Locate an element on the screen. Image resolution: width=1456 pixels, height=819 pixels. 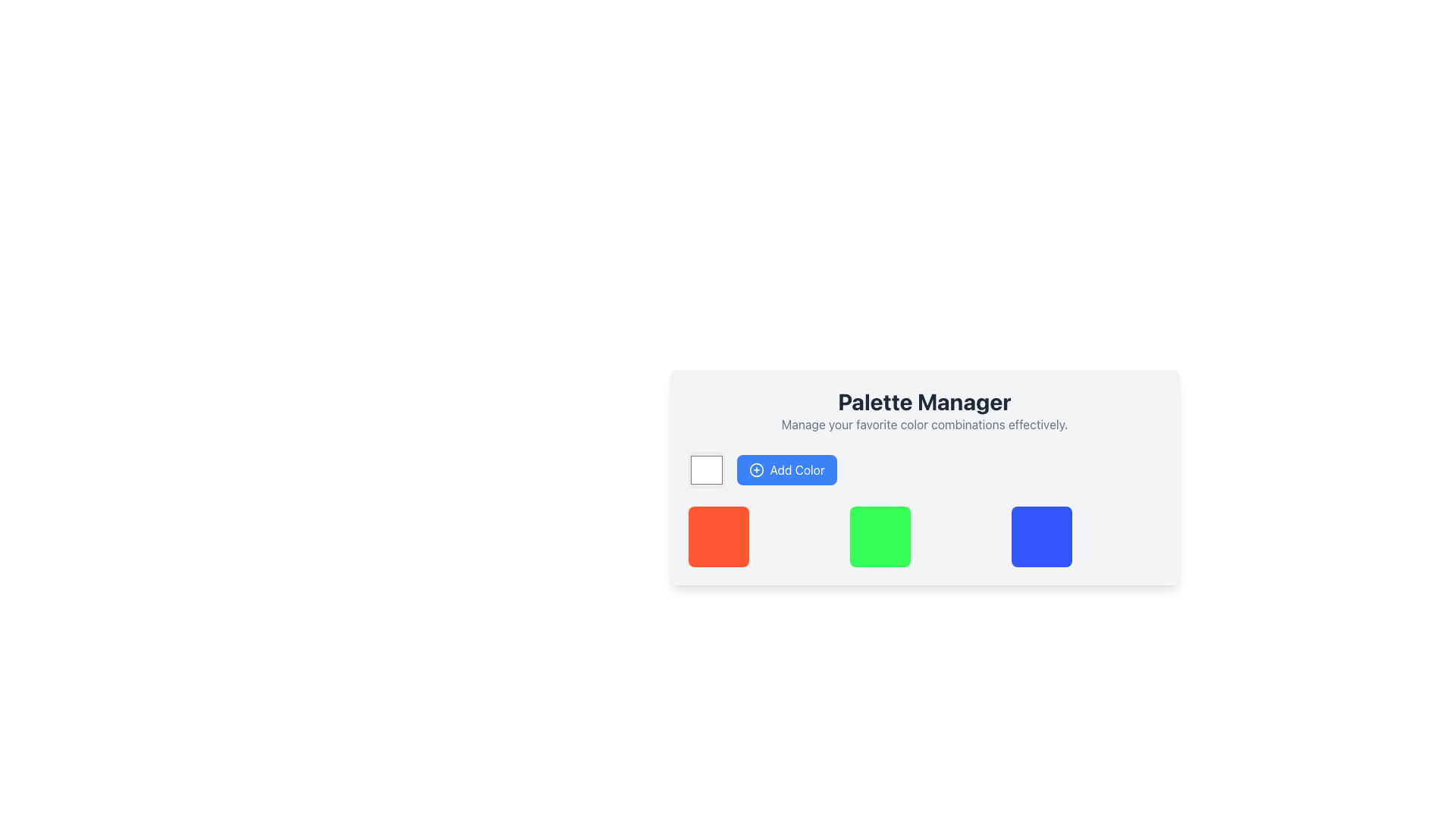
the prominent title 'Palette Manager' which is styled with bold and large font, located at the top of the interface is located at coordinates (924, 400).